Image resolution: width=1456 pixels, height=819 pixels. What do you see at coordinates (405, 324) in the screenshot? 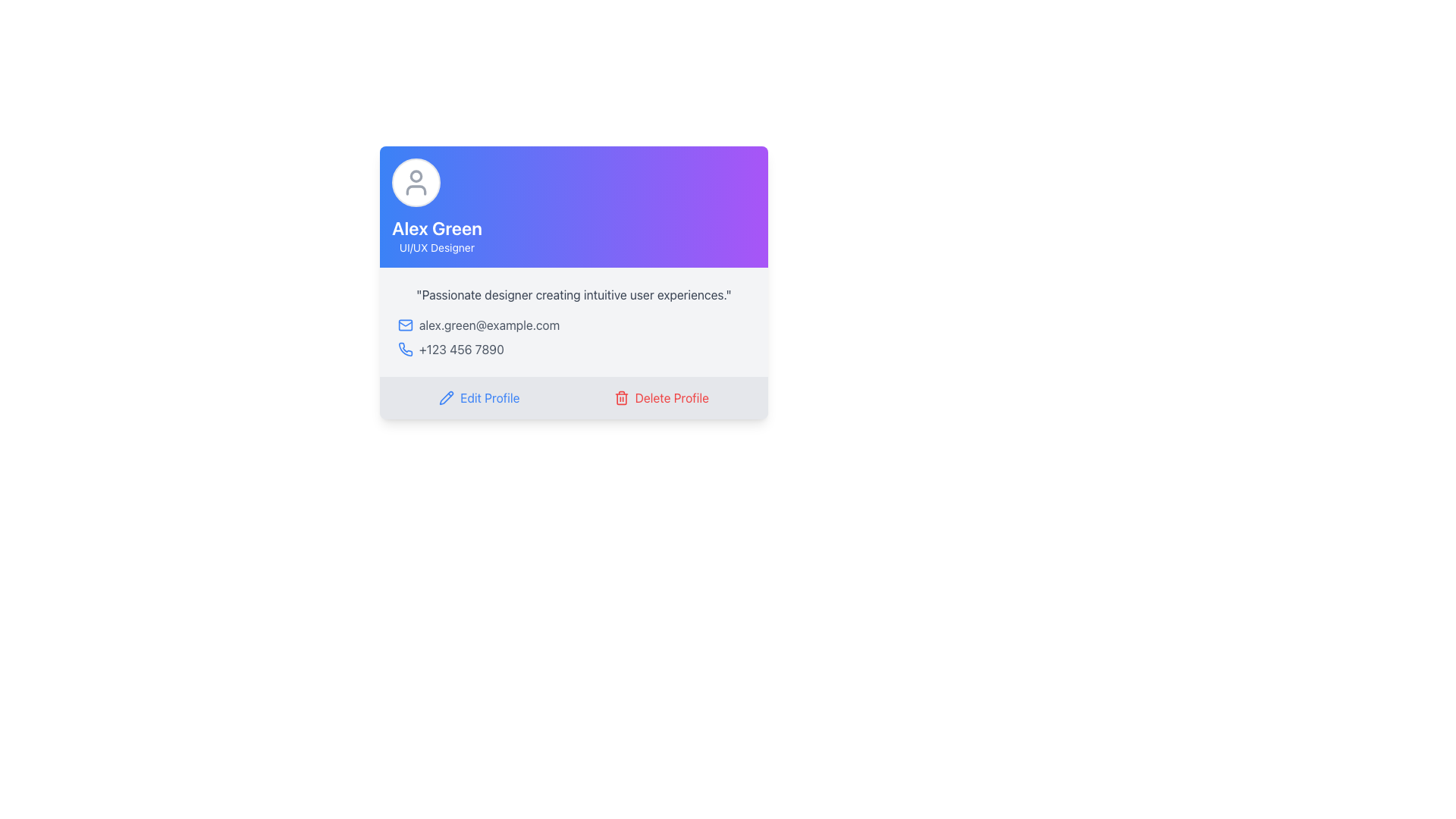
I see `the blue envelope icon representing the mail symbol, which is located to the left of the email address 'alex.green@example.com'` at bounding box center [405, 324].